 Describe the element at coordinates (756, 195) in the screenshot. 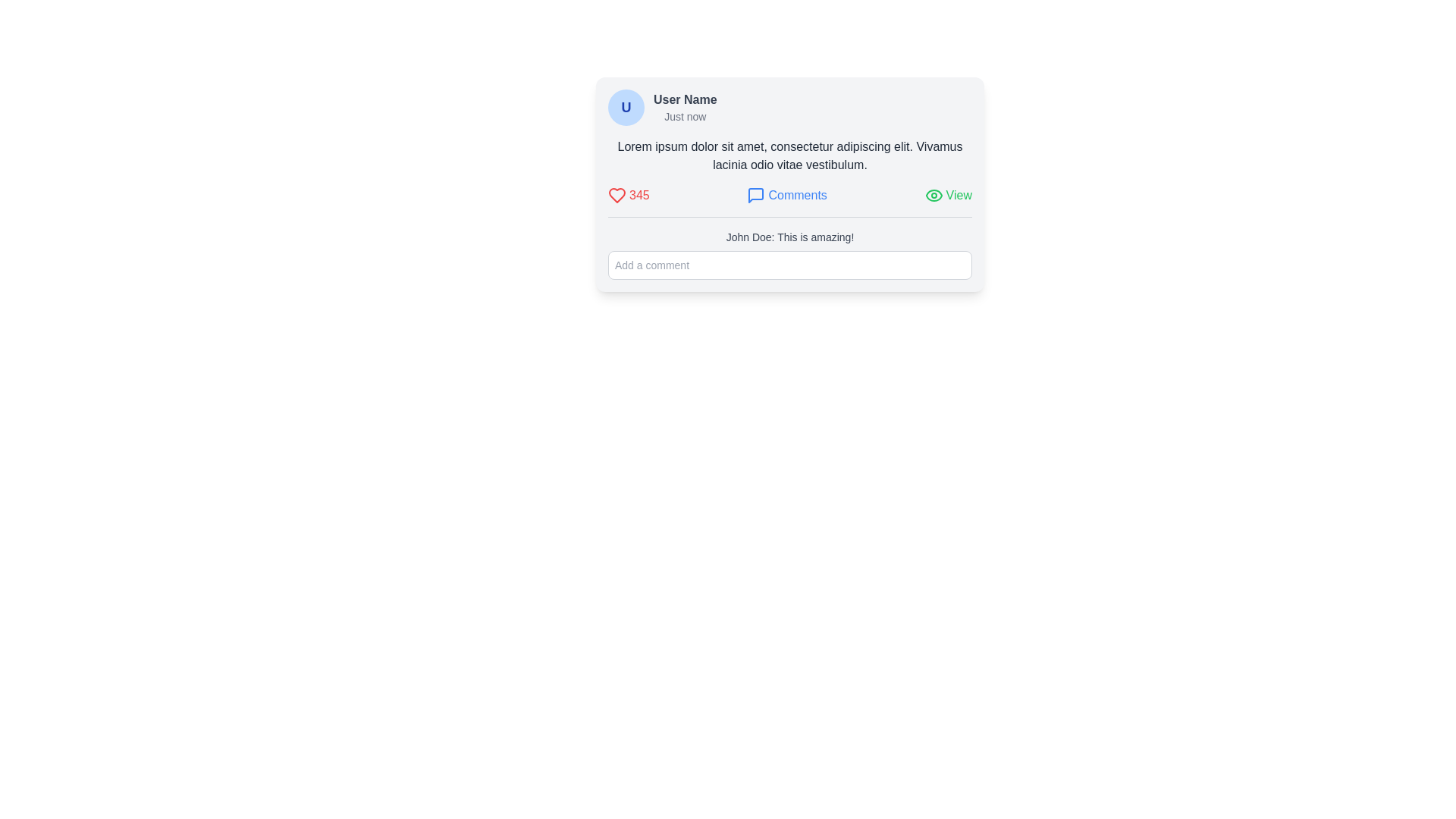

I see `the speech bubble icon located above the 'Comments' label, positioned between the heart icon and the eye icon` at that location.